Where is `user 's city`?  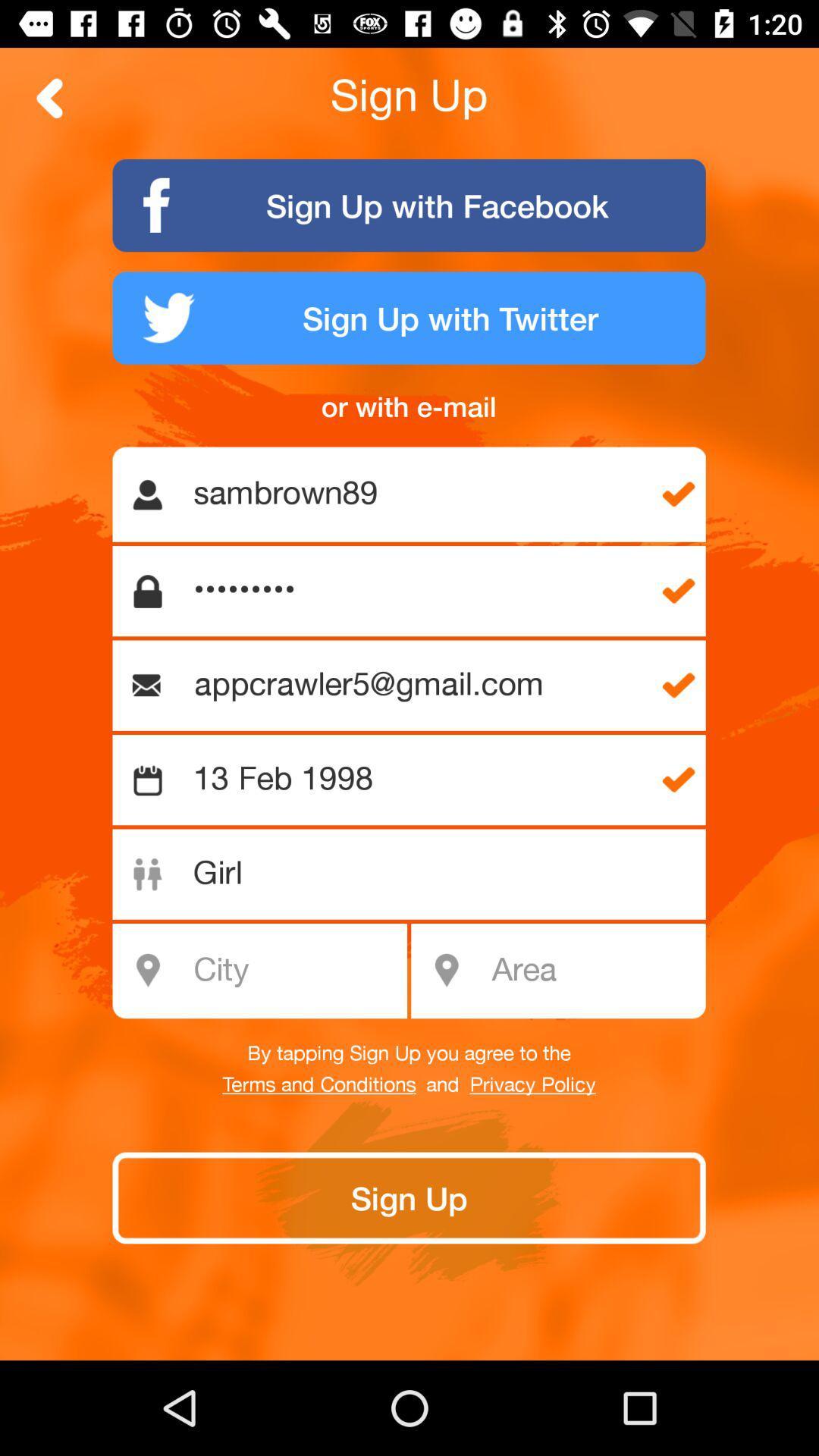
user 's city is located at coordinates (268, 971).